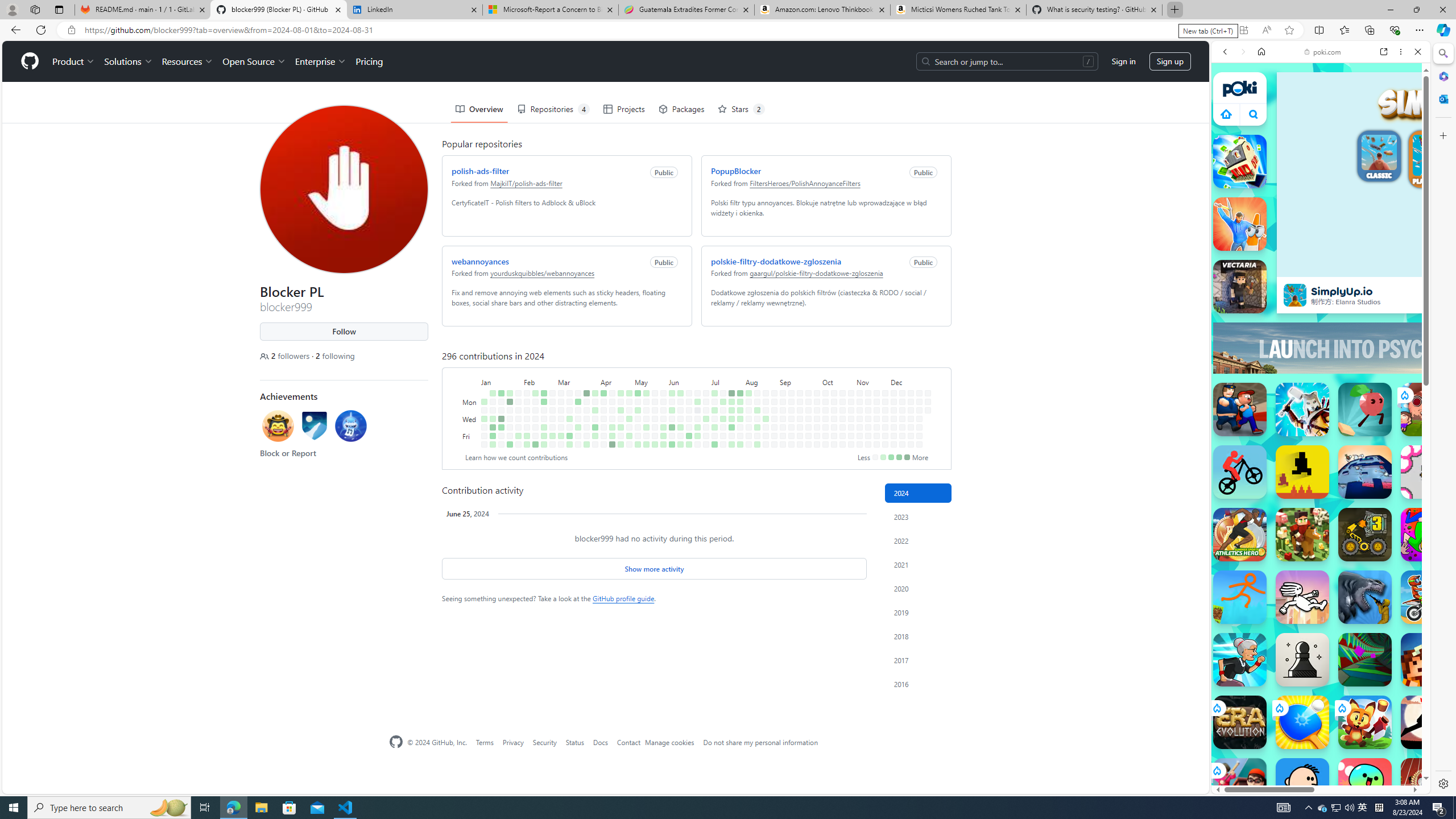 The height and width of the screenshot is (819, 1456). I want to click on 'SEARCH TOOLS', so click(1350, 130).